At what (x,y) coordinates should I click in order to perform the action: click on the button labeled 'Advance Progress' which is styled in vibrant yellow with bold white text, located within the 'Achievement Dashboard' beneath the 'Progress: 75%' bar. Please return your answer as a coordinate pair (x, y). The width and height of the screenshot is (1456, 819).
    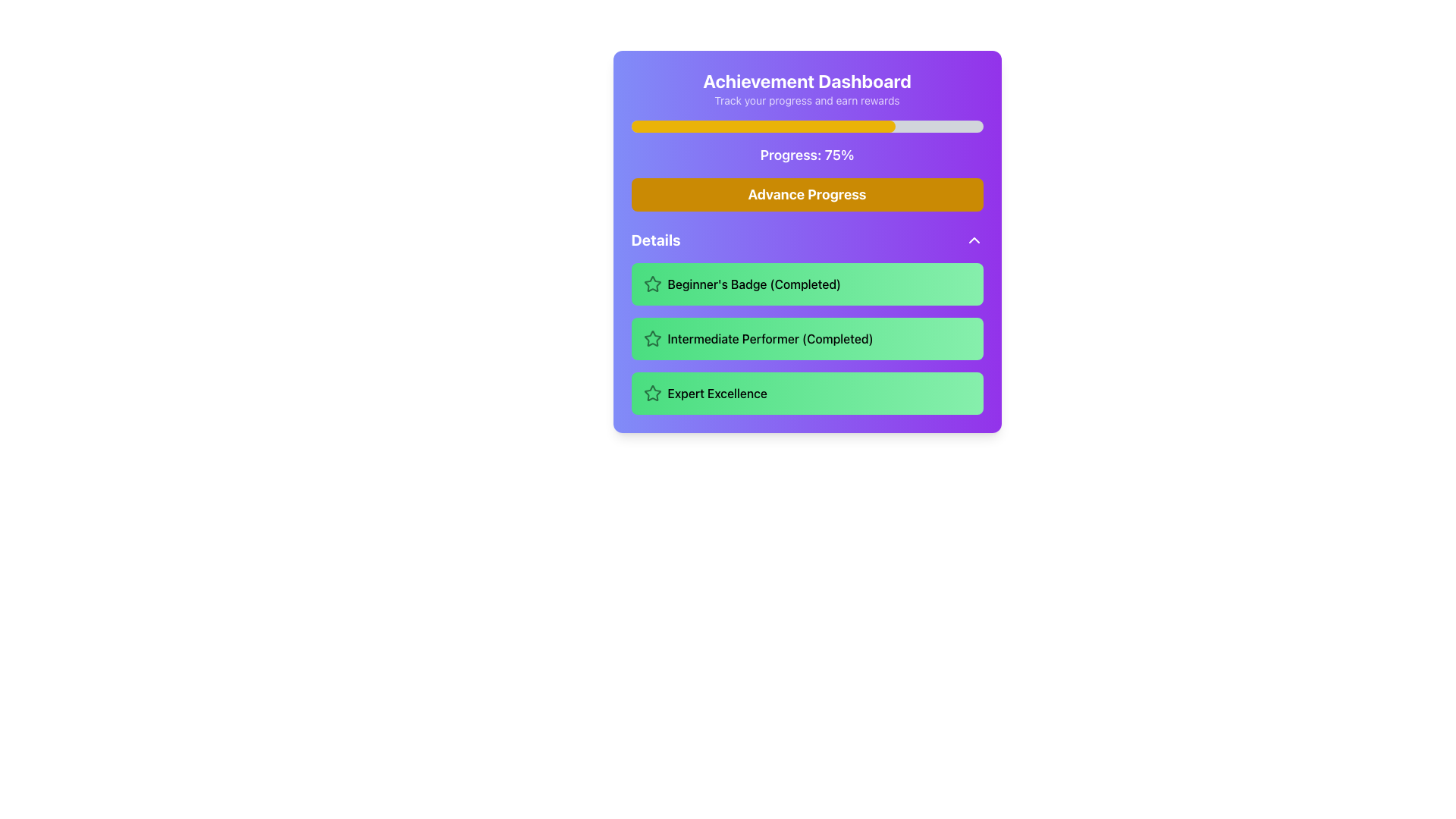
    Looking at the image, I should click on (806, 194).